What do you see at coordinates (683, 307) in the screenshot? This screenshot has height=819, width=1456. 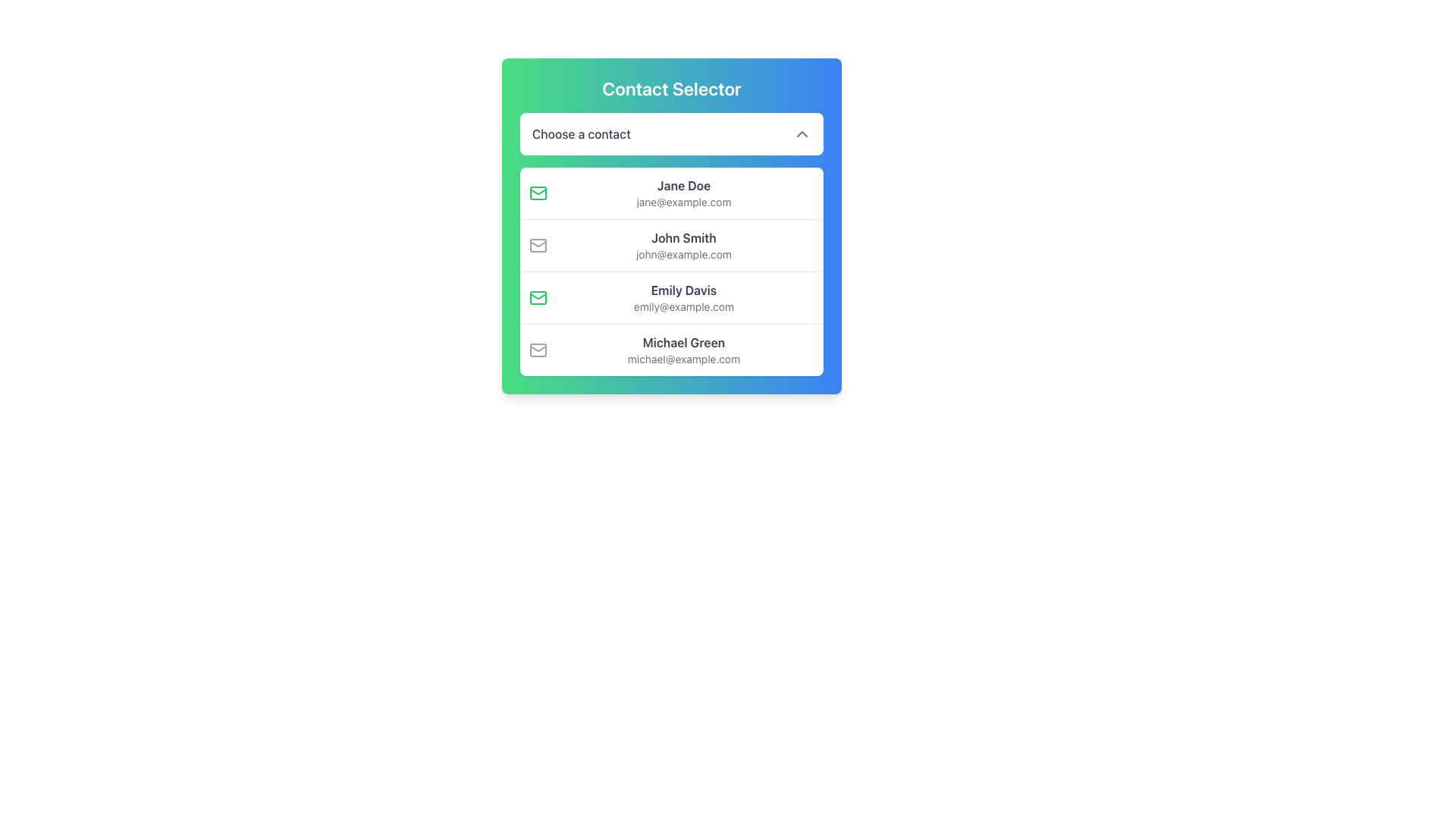 I see `email address 'emily@example.com' displayed in a smaller gray font, located directly underneath the name 'Emily Davis' within the third contact option of the contact list` at bounding box center [683, 307].